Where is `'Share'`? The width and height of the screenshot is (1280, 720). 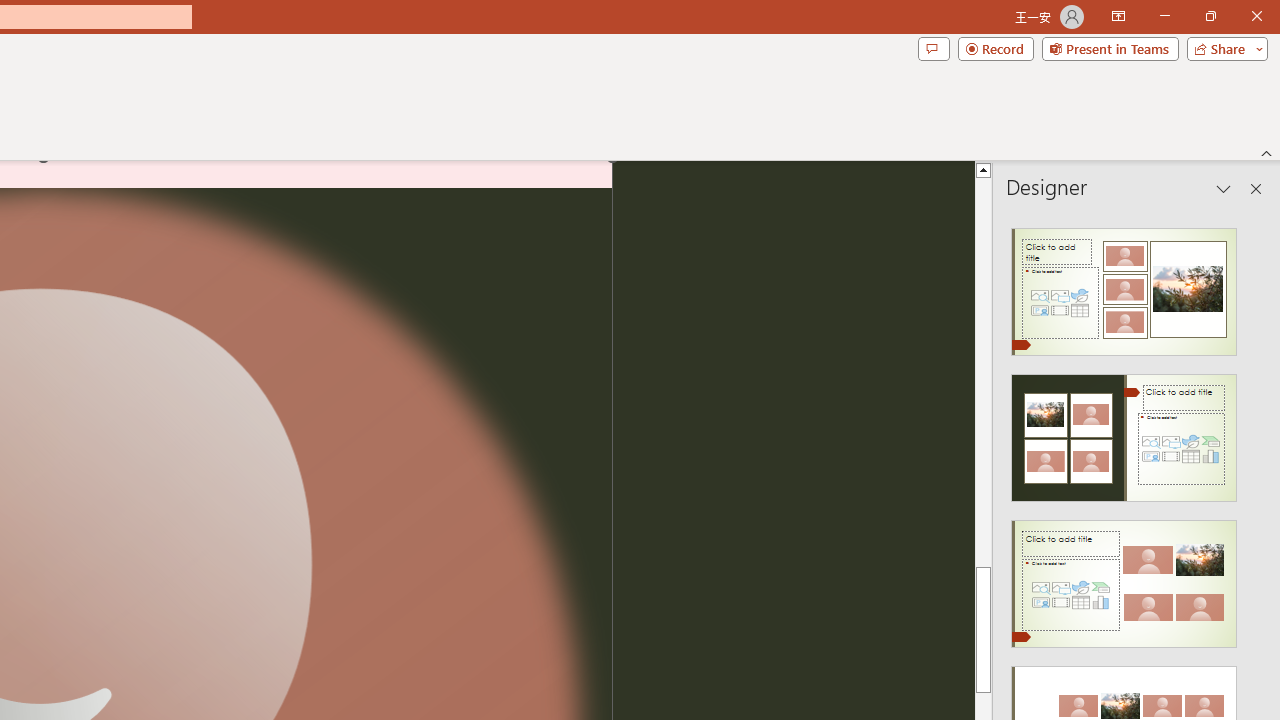
'Share' is located at coordinates (1222, 47).